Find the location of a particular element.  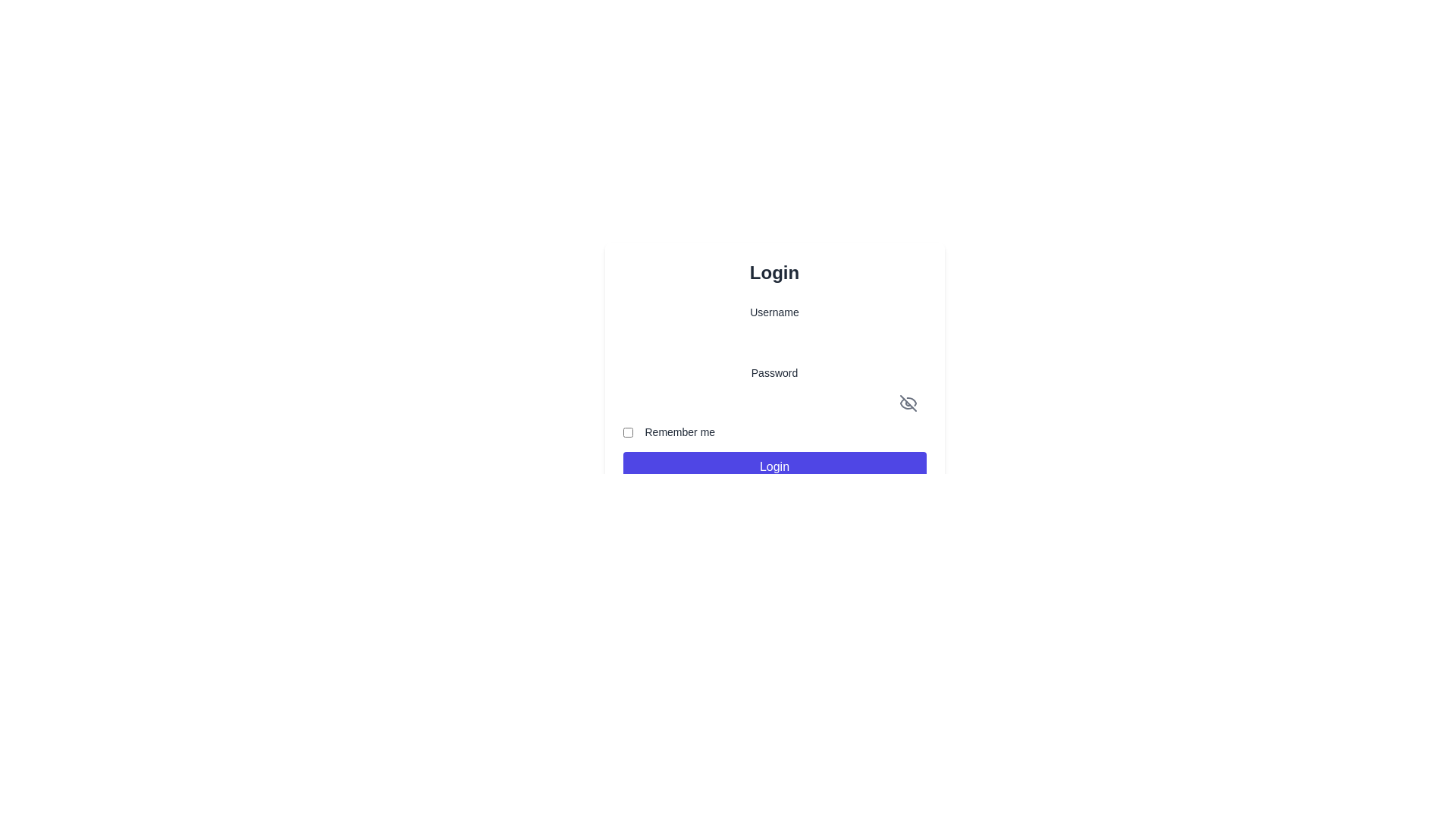

the 'Password' label text element, which is displayed in a medium bold font and positioned above the password input field is located at coordinates (774, 373).